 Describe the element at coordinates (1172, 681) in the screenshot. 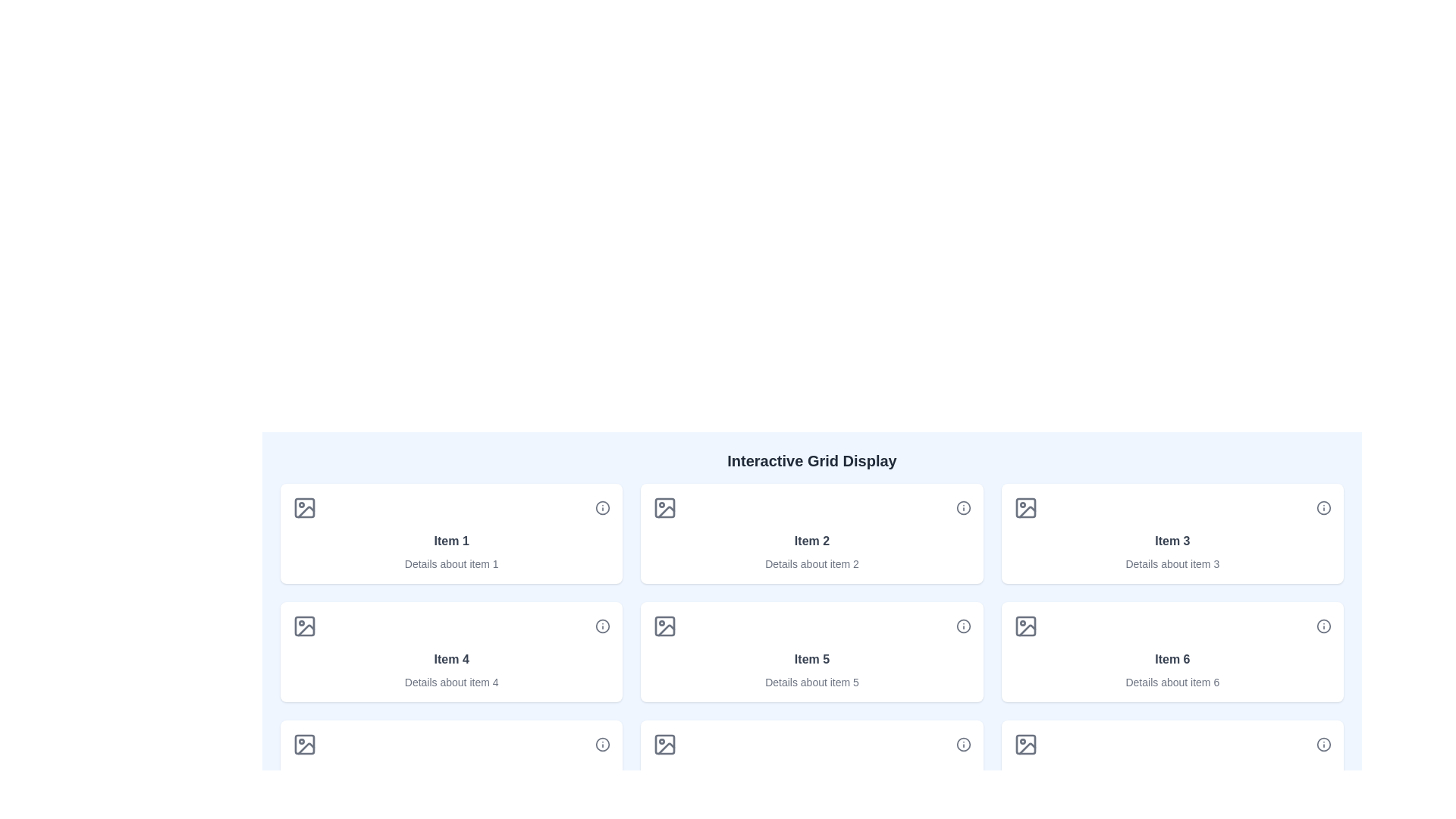

I see `the text label displaying 'Details about item 6', which is located beneath the 'Item 6' header on the sixth card in the grid layout` at that location.